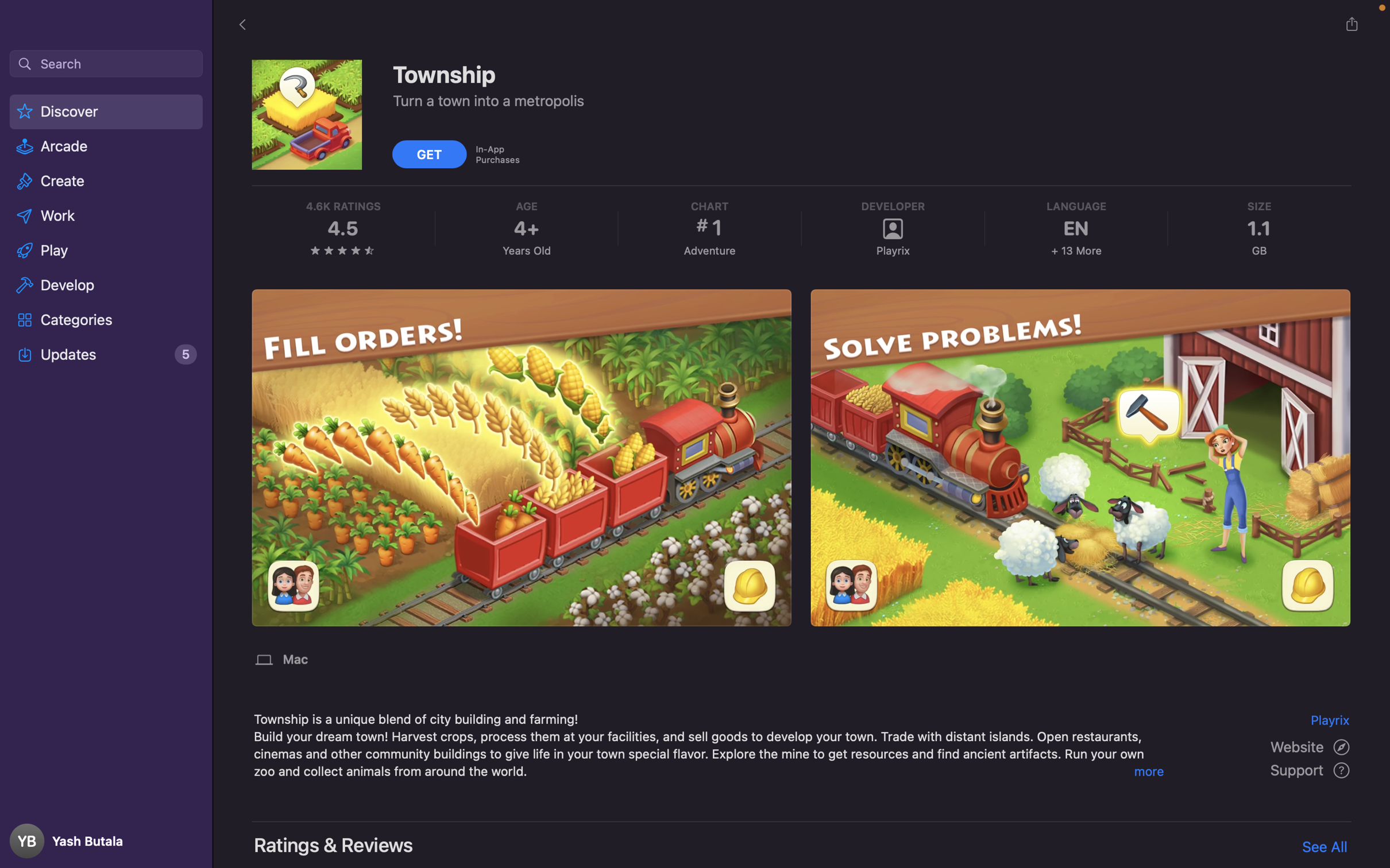  I want to click on the website of the application, so click(1311, 746).